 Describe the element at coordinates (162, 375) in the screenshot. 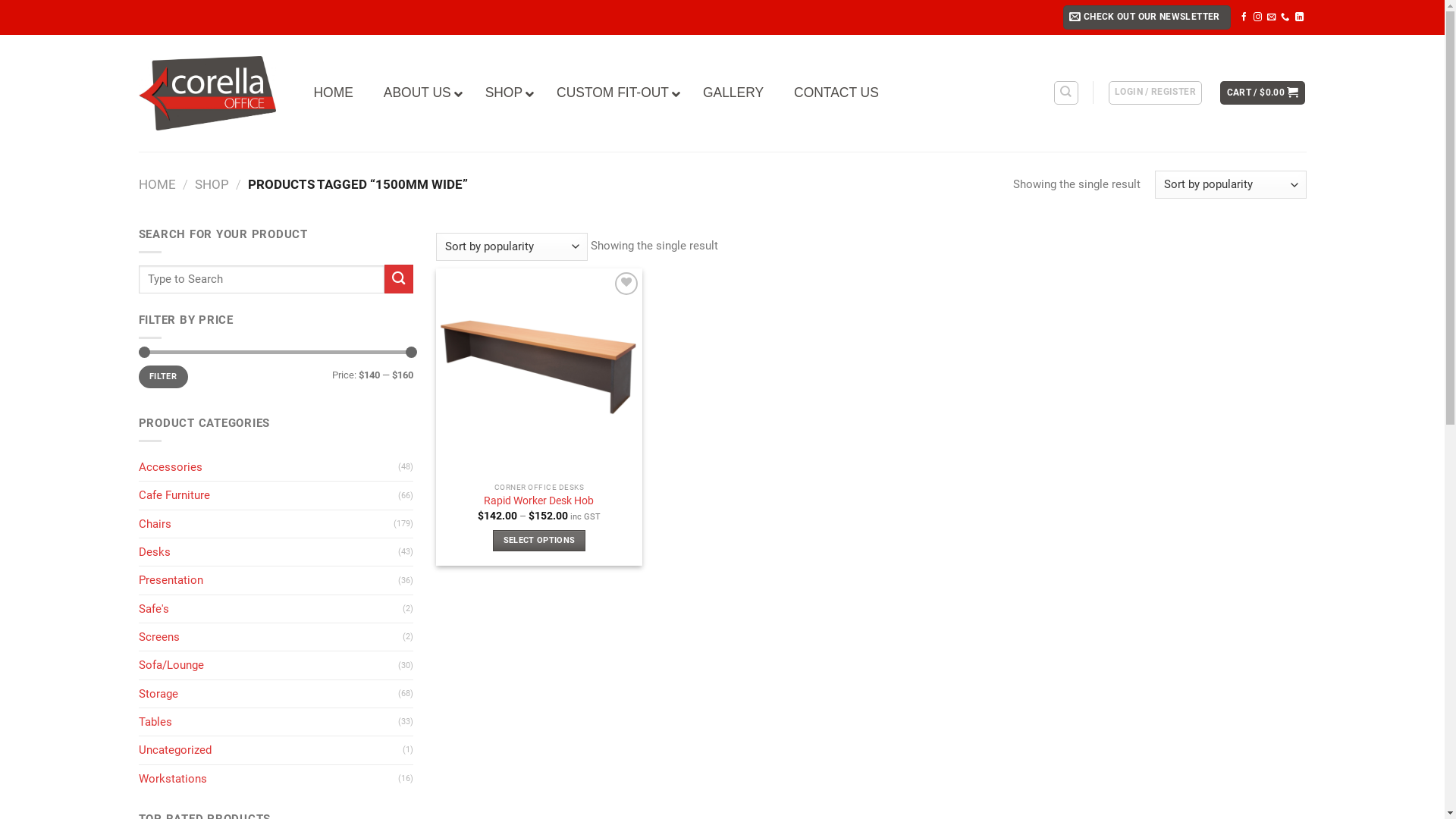

I see `'FILTER'` at that location.